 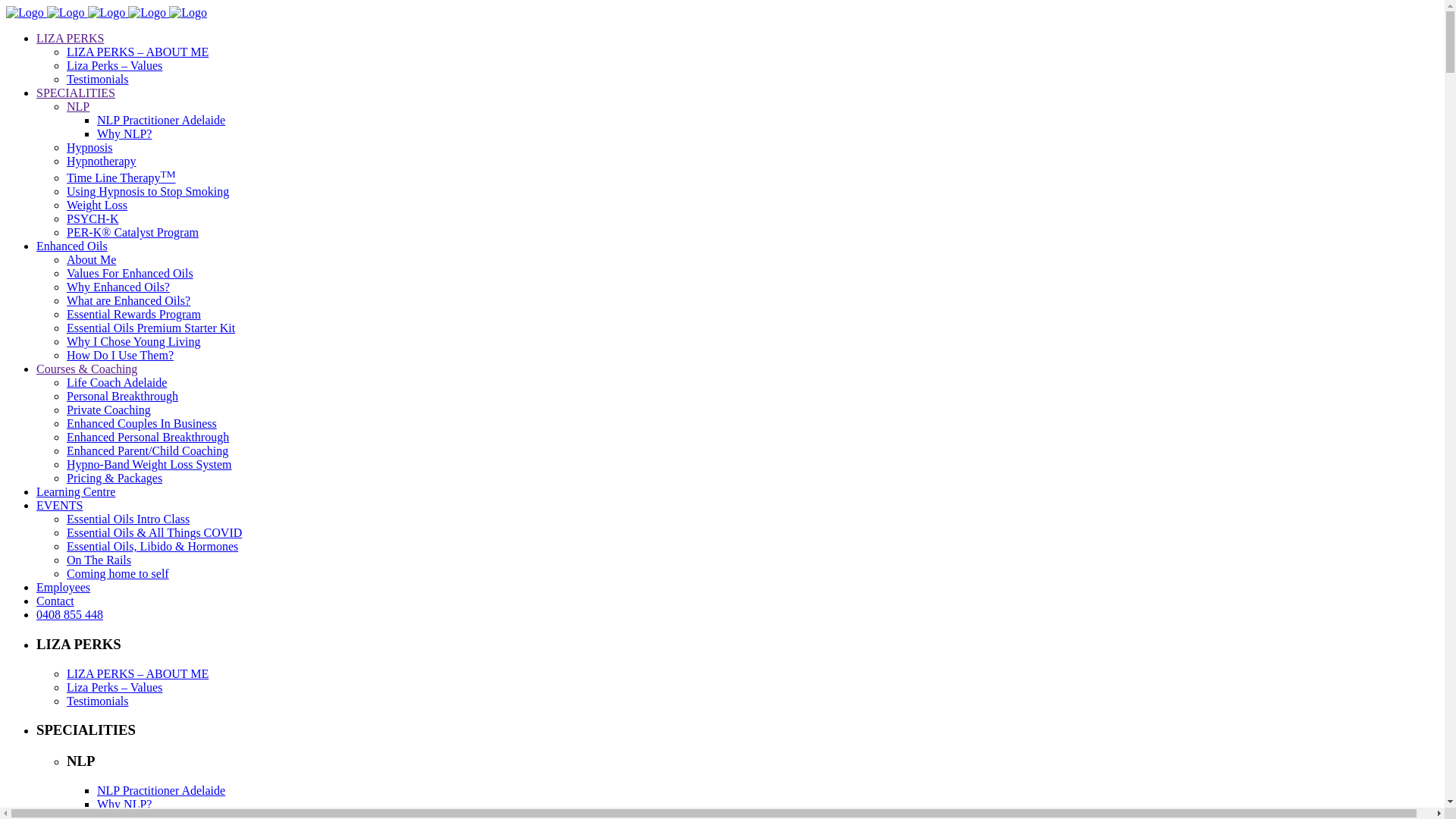 I want to click on 'Employees', so click(x=62, y=586).